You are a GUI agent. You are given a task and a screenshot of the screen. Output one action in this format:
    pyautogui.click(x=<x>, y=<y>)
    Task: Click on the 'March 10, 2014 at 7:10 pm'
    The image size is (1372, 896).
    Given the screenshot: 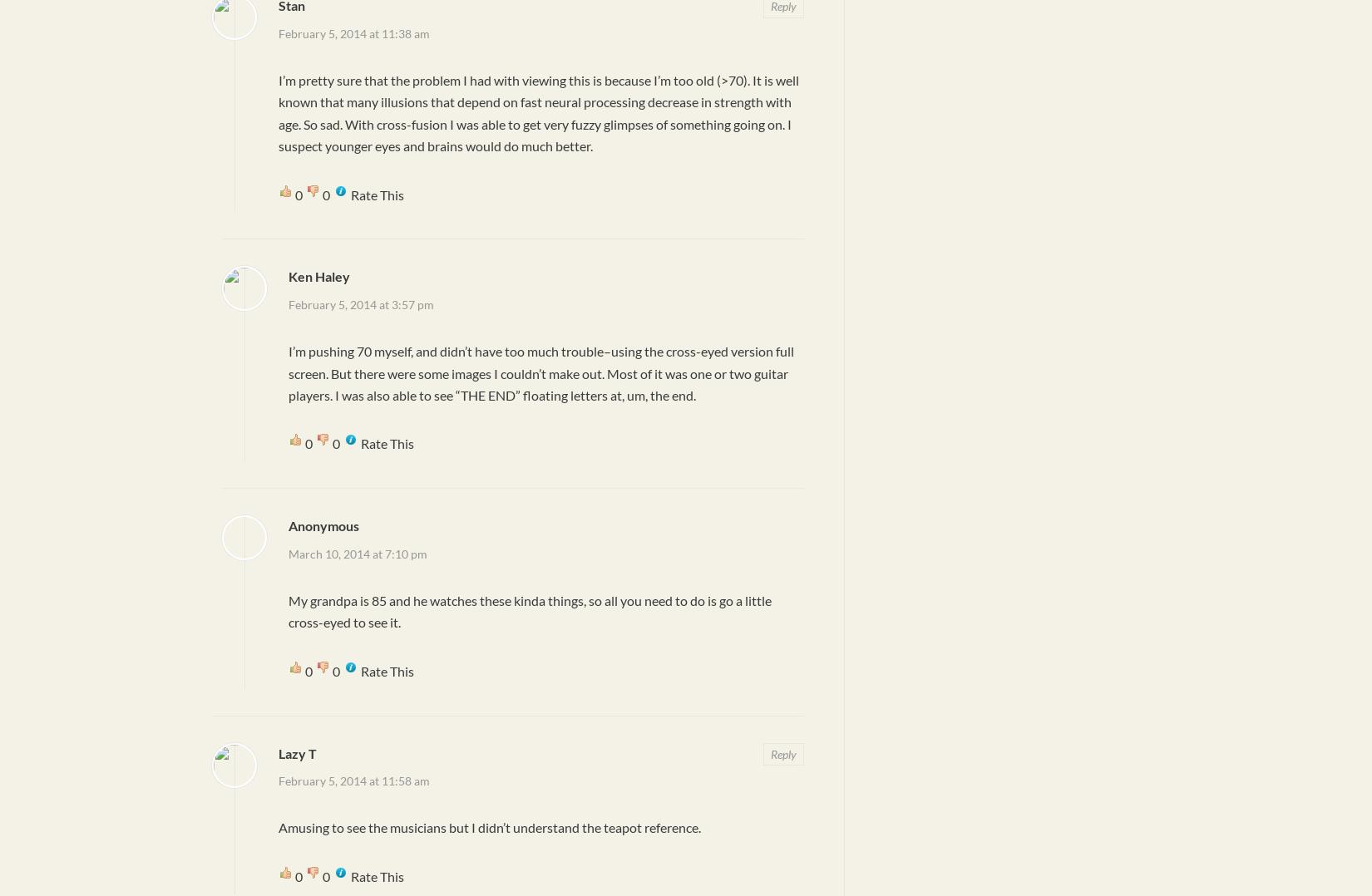 What is the action you would take?
    pyautogui.click(x=357, y=553)
    